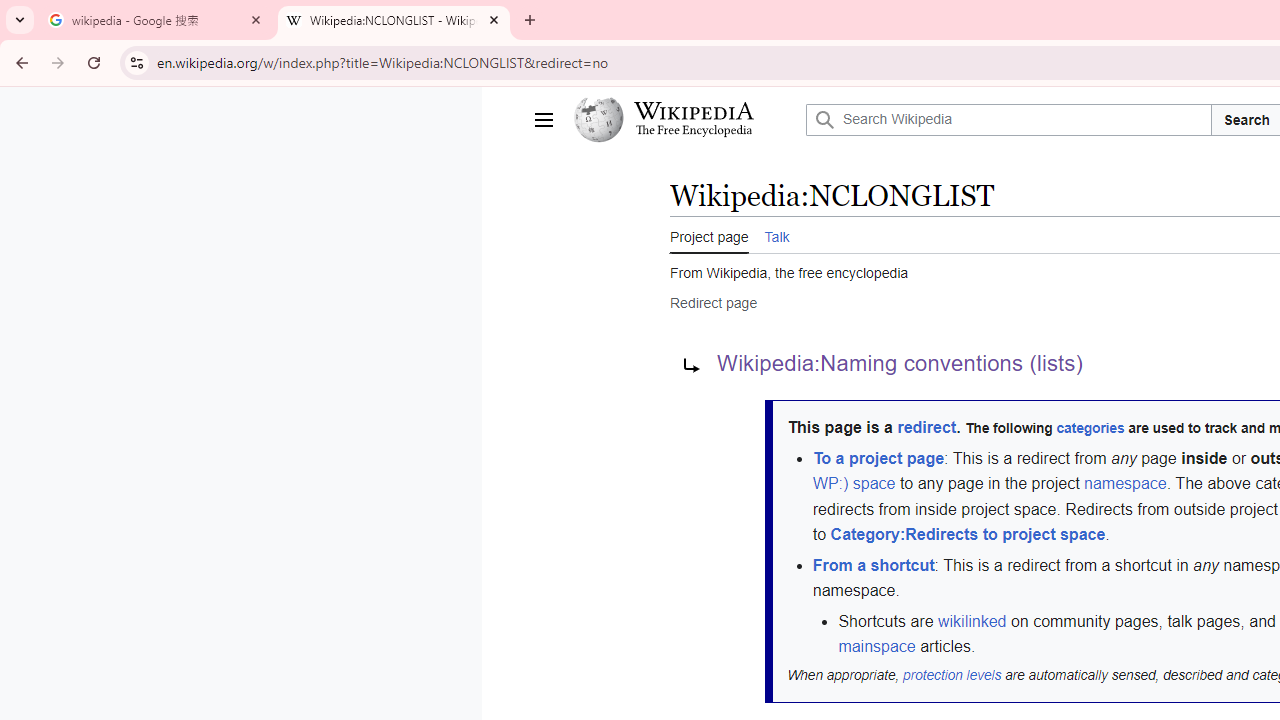 This screenshot has height=720, width=1280. Describe the element at coordinates (544, 119) in the screenshot. I see `'Main menu'` at that location.